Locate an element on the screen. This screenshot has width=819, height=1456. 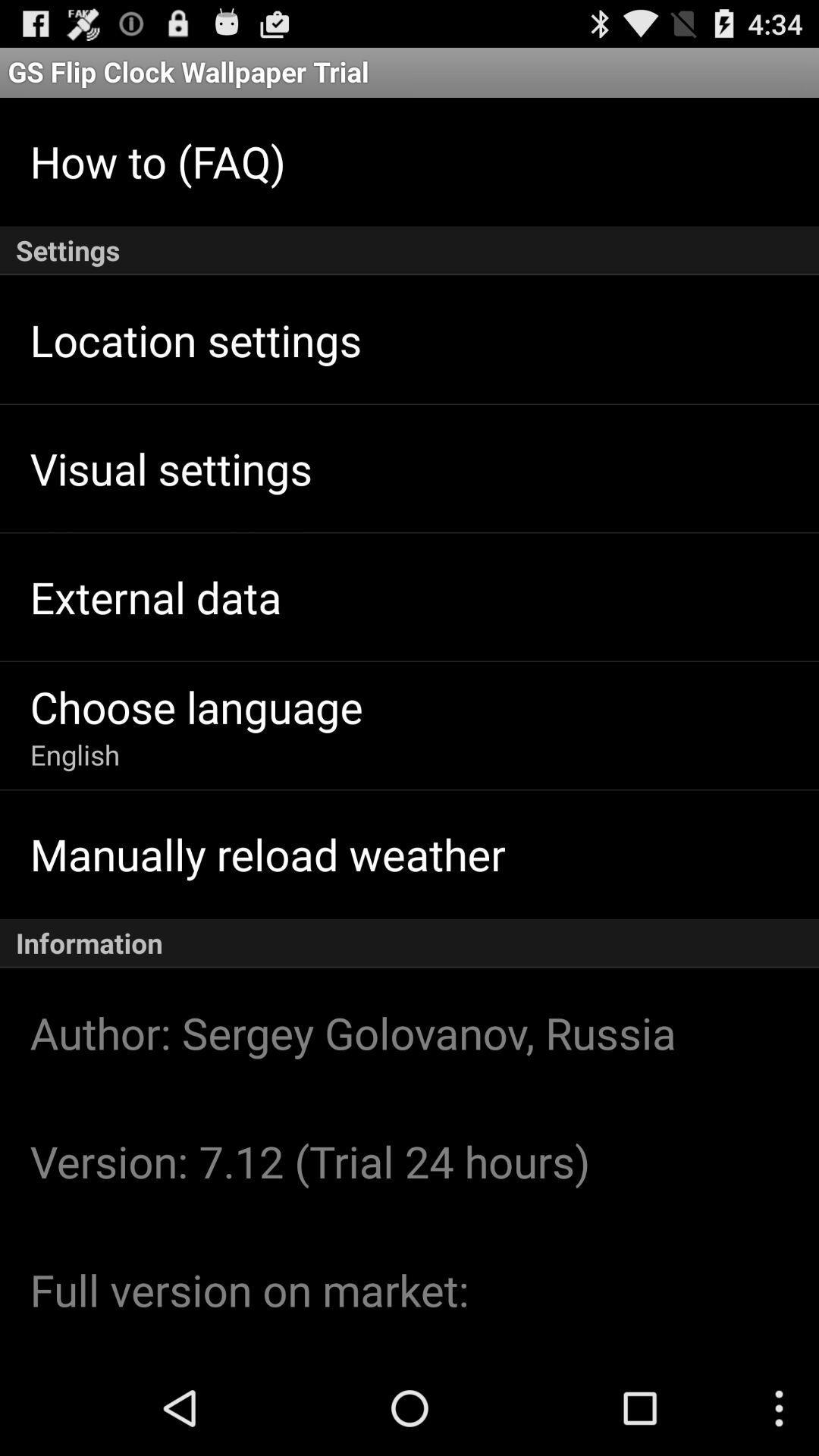
manually reload weather icon is located at coordinates (267, 854).